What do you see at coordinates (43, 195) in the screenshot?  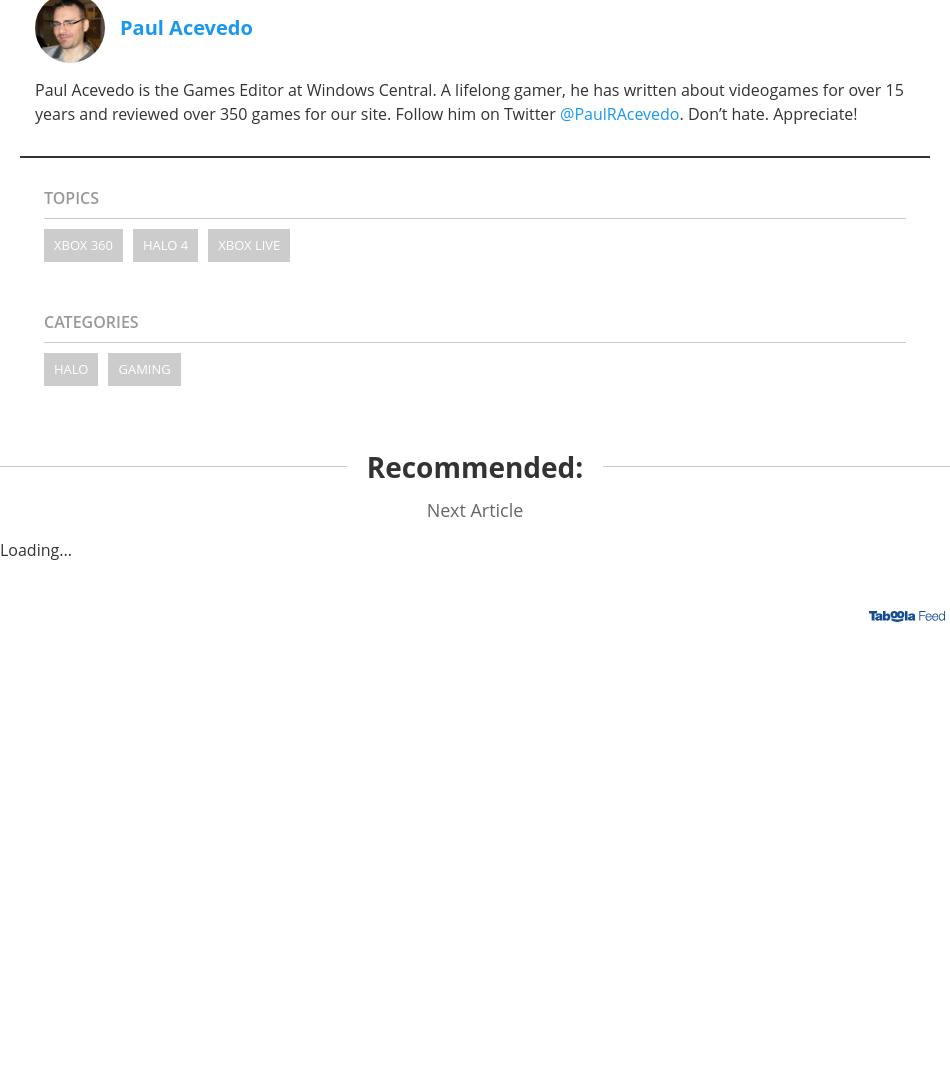 I see `'TOPICS'` at bounding box center [43, 195].